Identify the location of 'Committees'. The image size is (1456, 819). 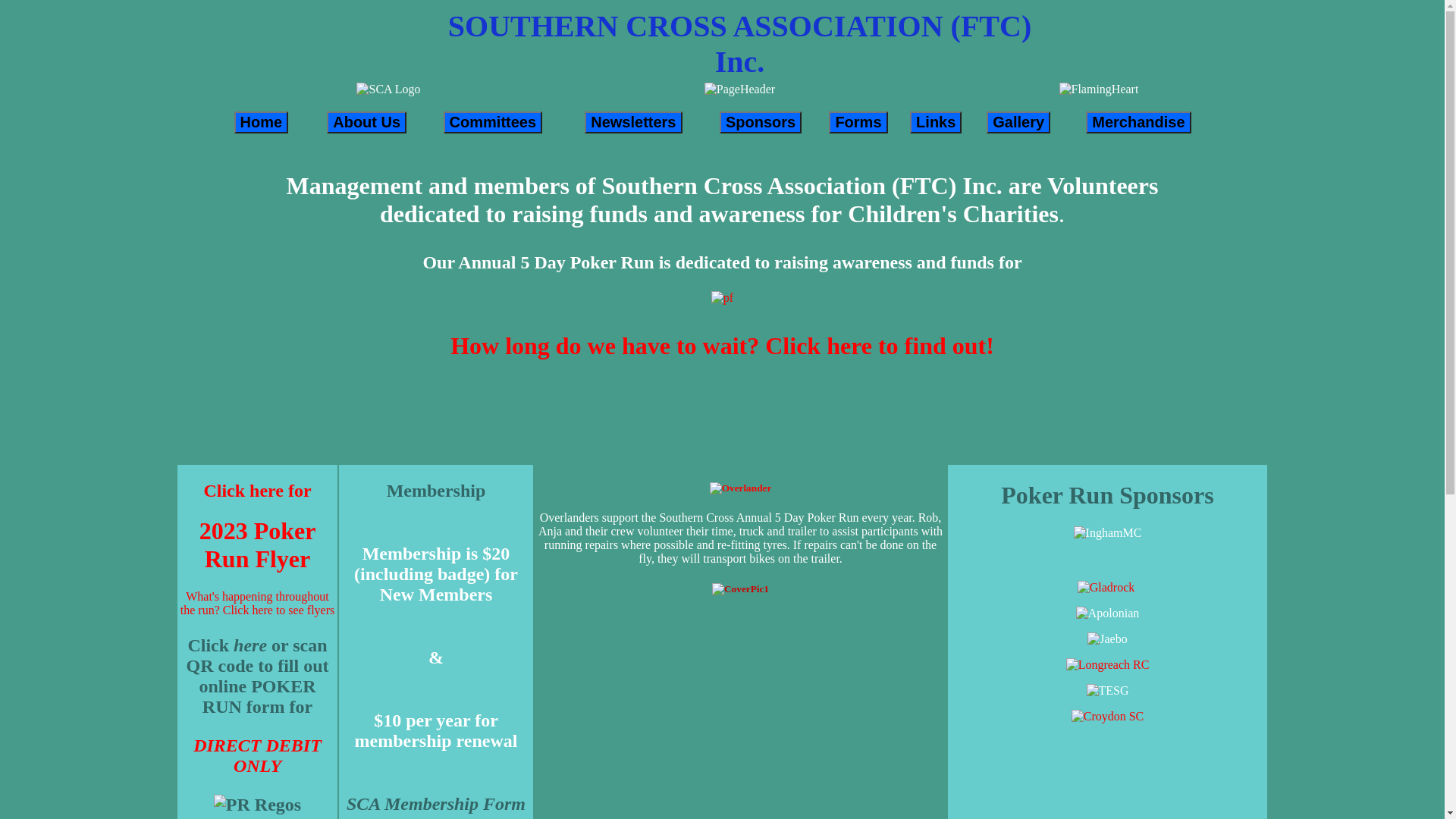
(492, 121).